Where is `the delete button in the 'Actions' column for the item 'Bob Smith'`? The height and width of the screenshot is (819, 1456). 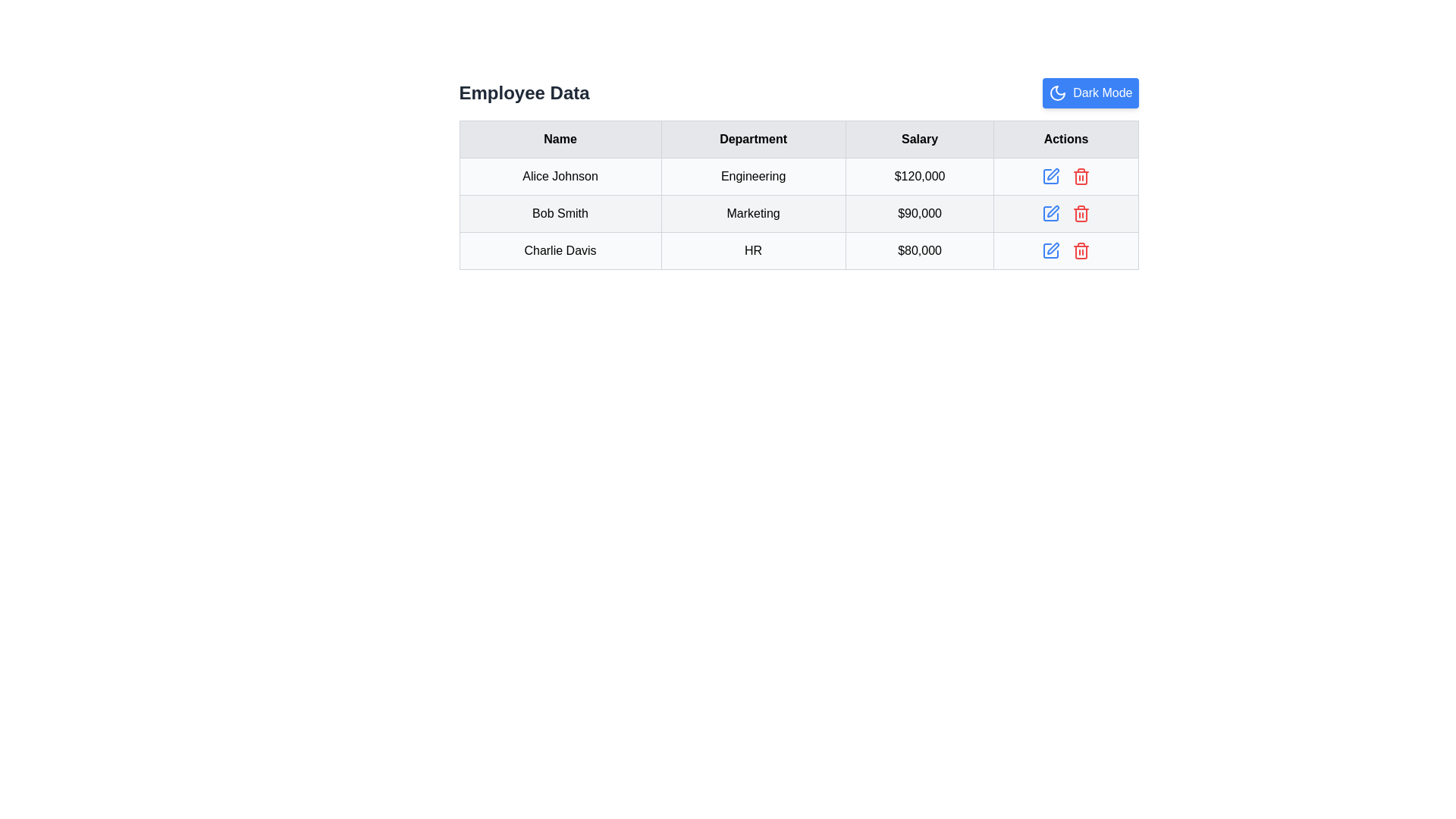
the delete button in the 'Actions' column for the item 'Bob Smith' is located at coordinates (1080, 213).